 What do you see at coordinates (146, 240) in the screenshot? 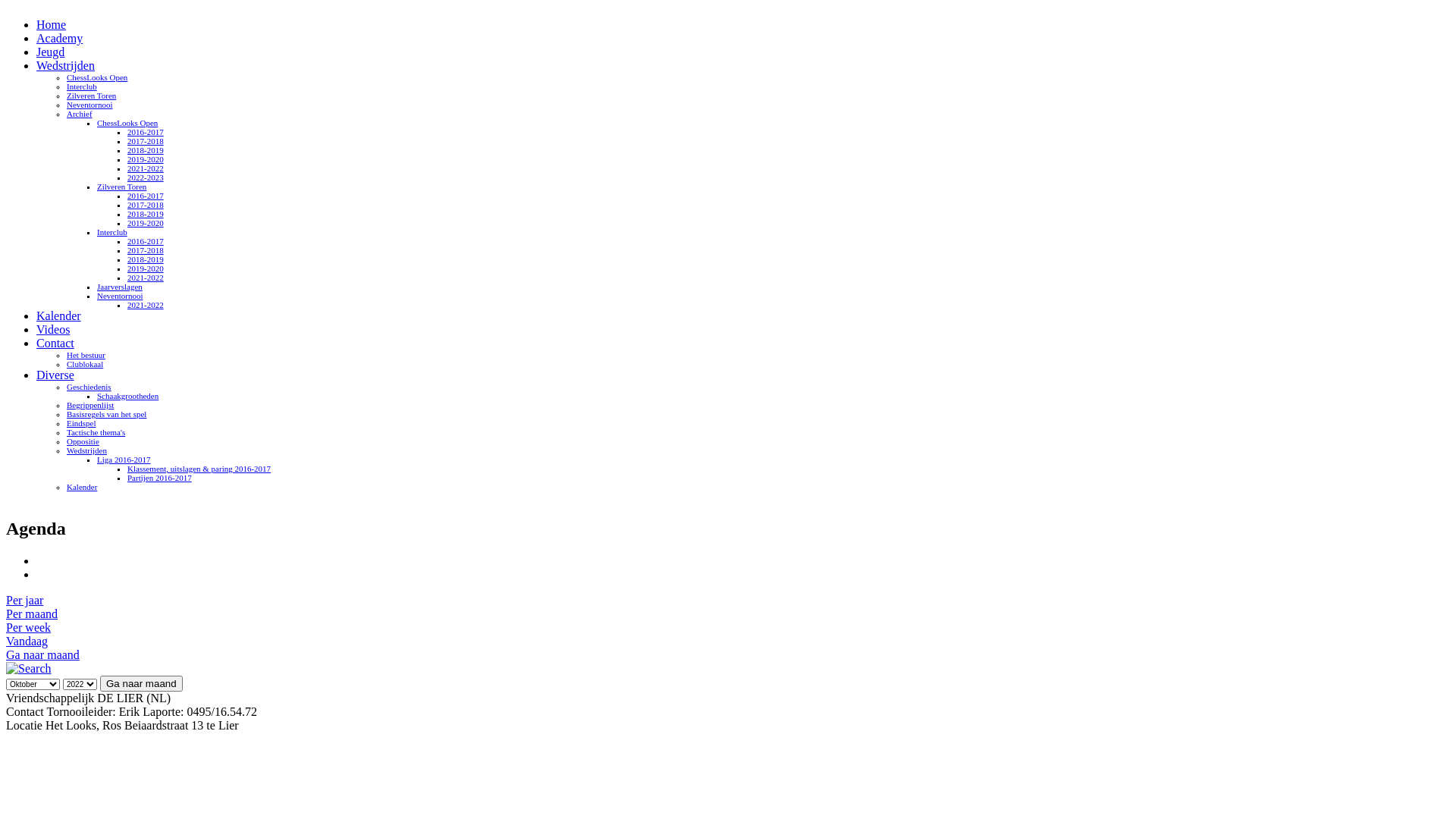
I see `'2016-2017'` at bounding box center [146, 240].